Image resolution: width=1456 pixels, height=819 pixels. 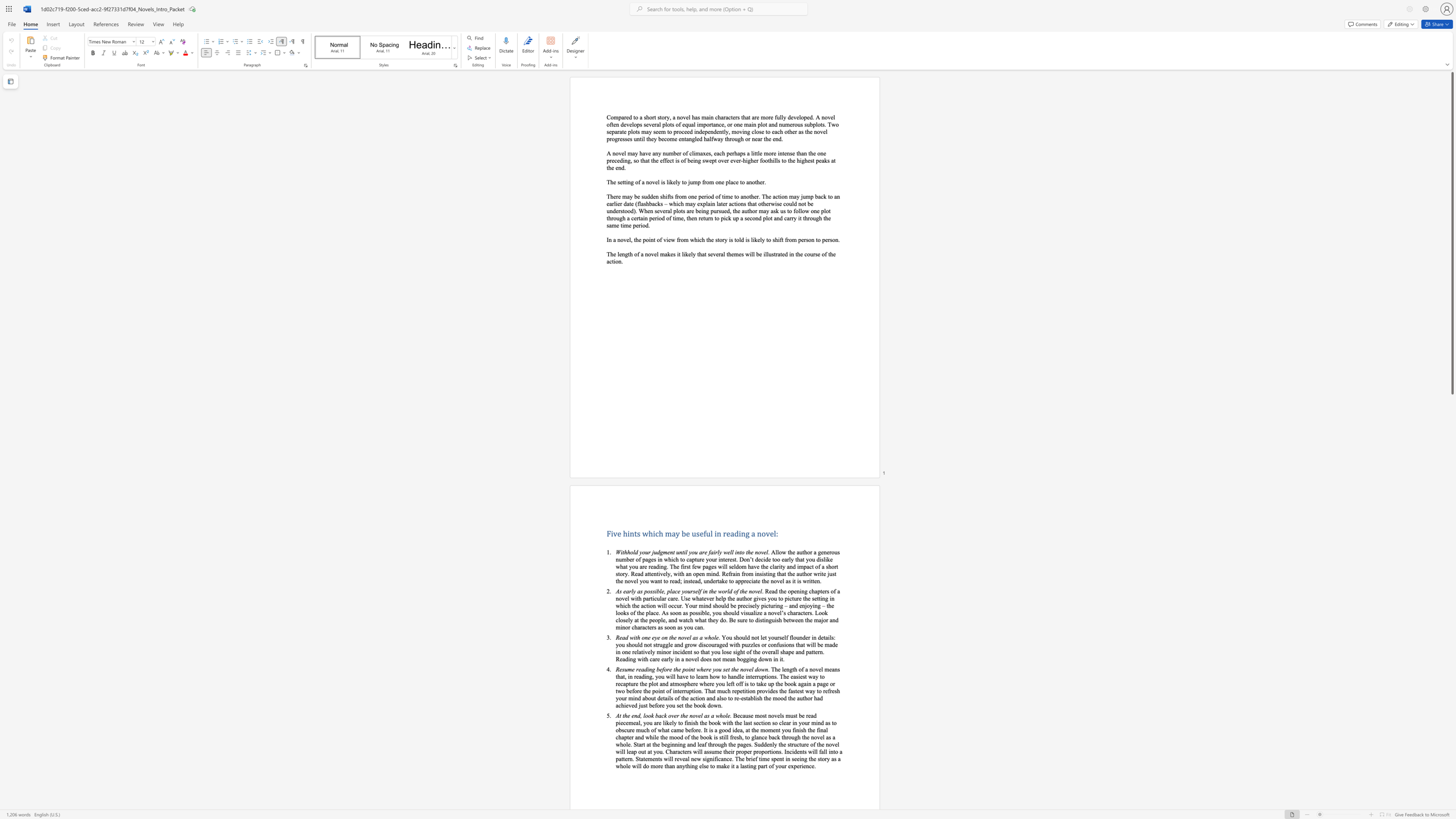 What do you see at coordinates (622, 254) in the screenshot?
I see `the subset text "ngth of a novel makes it likely that several themes will be illustrated in" within the text "The length of a novel makes it likely that several themes will be illustrated in the course of the action."` at bounding box center [622, 254].